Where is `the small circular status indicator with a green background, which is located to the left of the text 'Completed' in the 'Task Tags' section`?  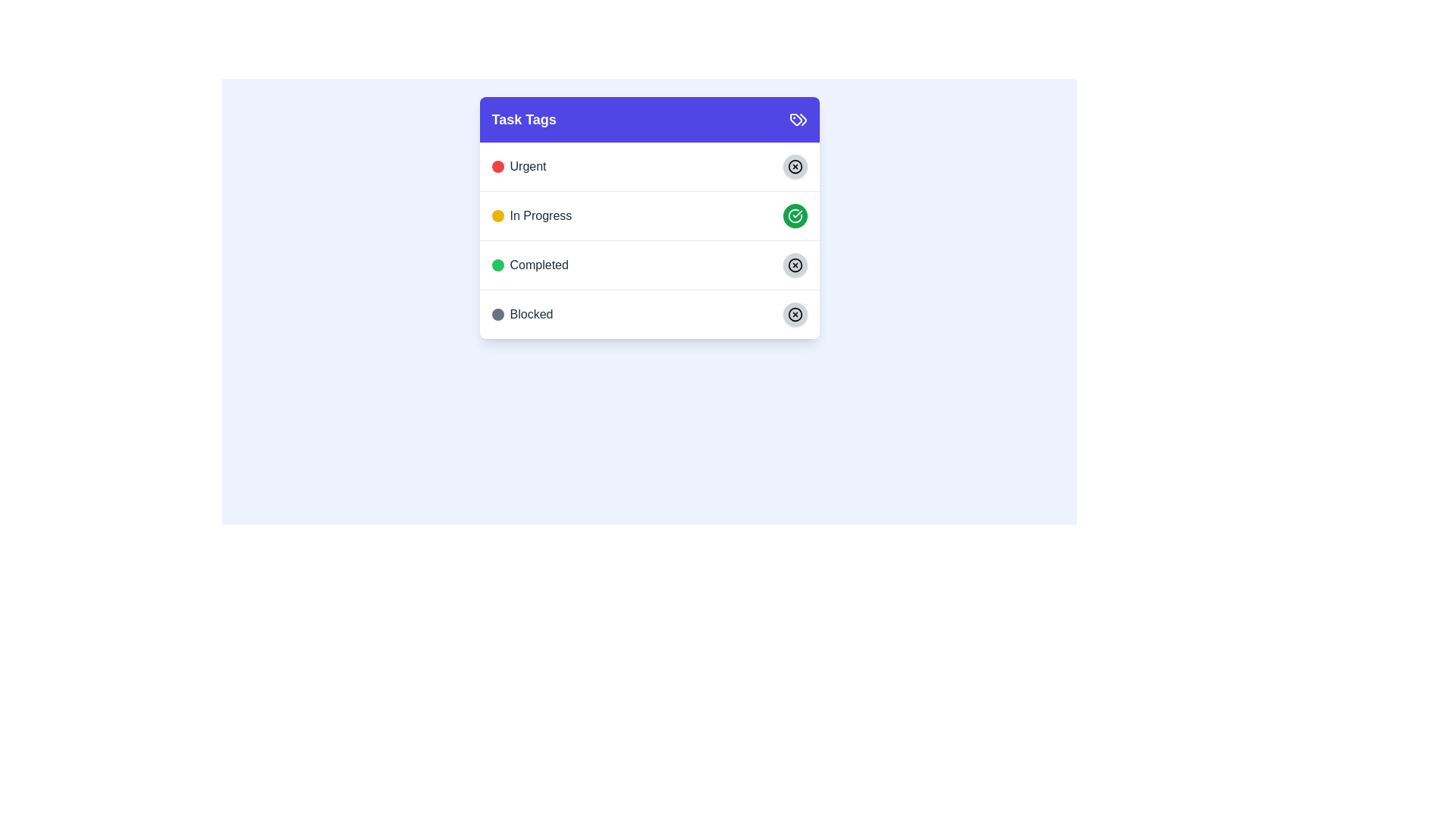 the small circular status indicator with a green background, which is located to the left of the text 'Completed' in the 'Task Tags' section is located at coordinates (497, 265).